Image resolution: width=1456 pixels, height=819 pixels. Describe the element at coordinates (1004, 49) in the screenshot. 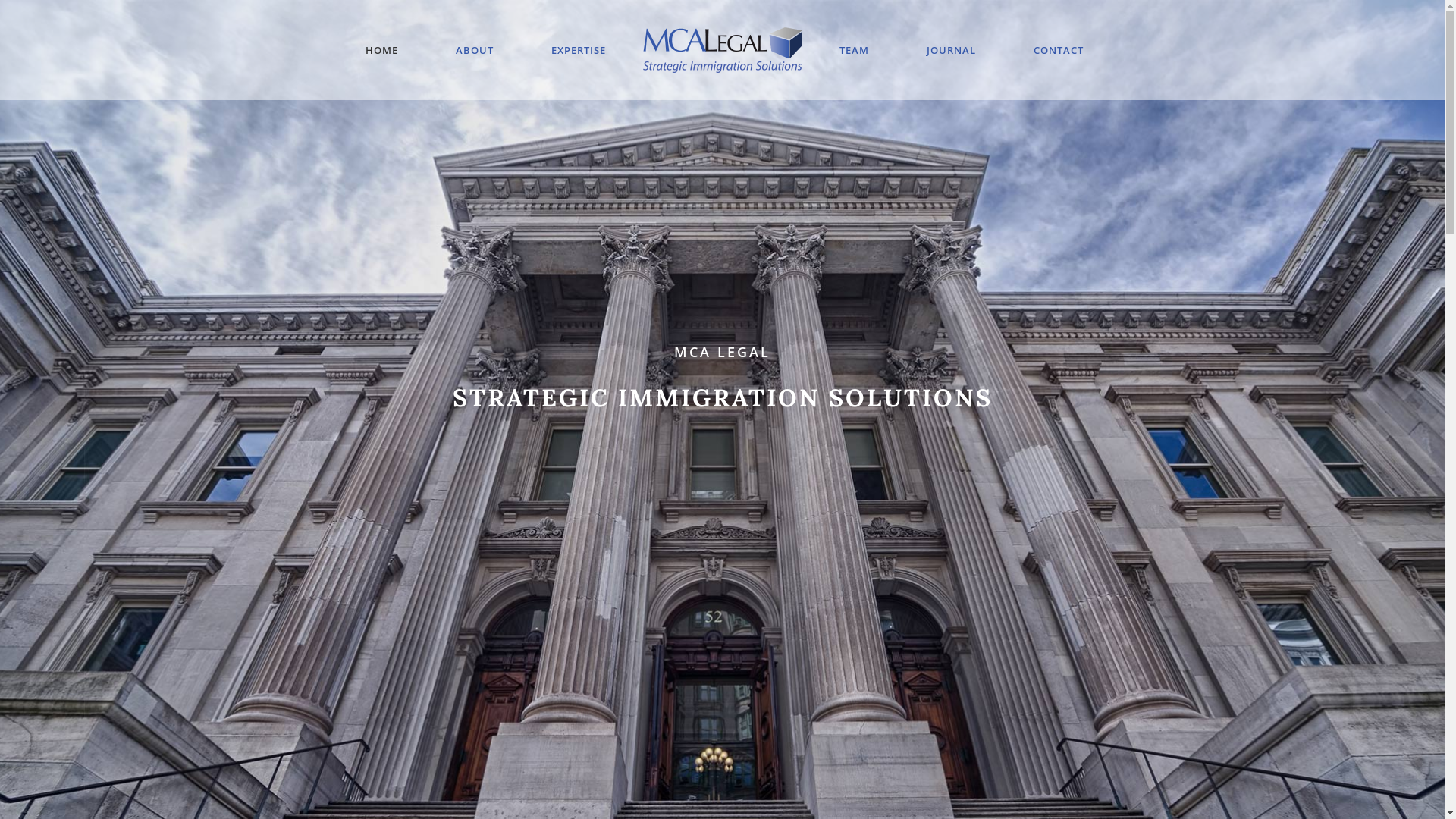

I see `'CONTACT'` at that location.